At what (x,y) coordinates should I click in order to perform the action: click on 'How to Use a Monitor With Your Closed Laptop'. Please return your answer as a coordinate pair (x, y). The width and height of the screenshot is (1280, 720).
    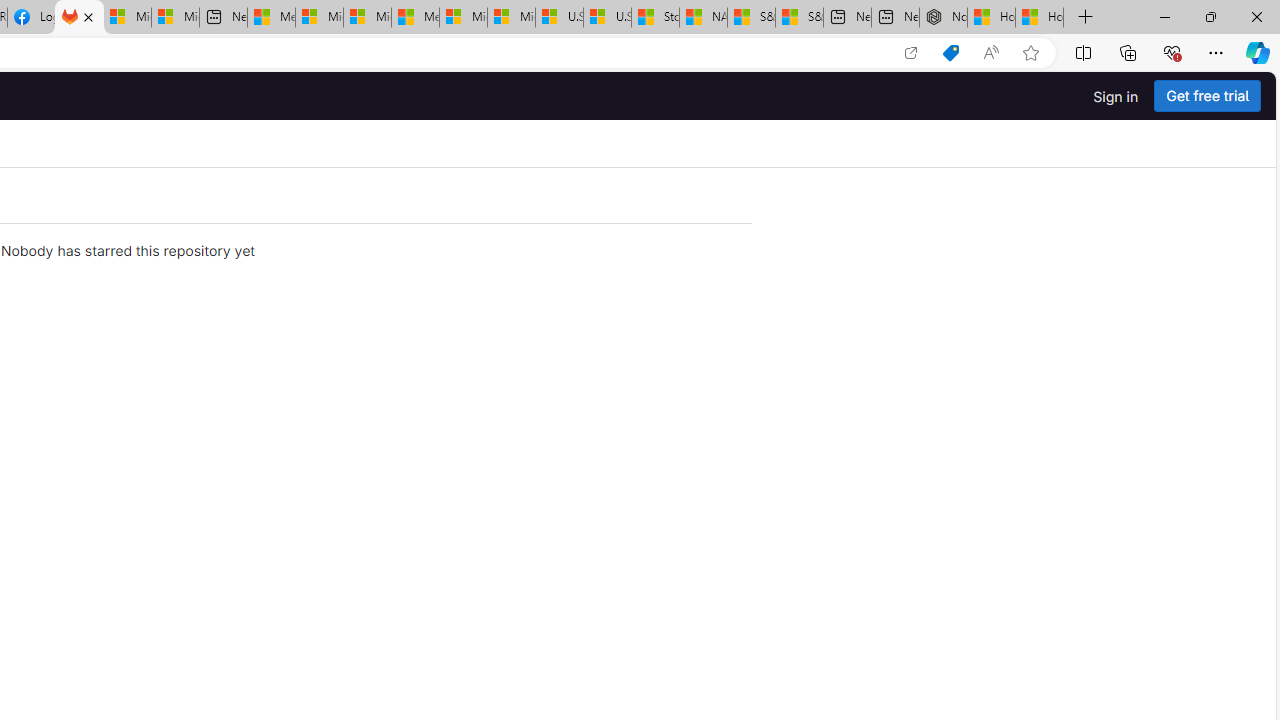
    Looking at the image, I should click on (1040, 17).